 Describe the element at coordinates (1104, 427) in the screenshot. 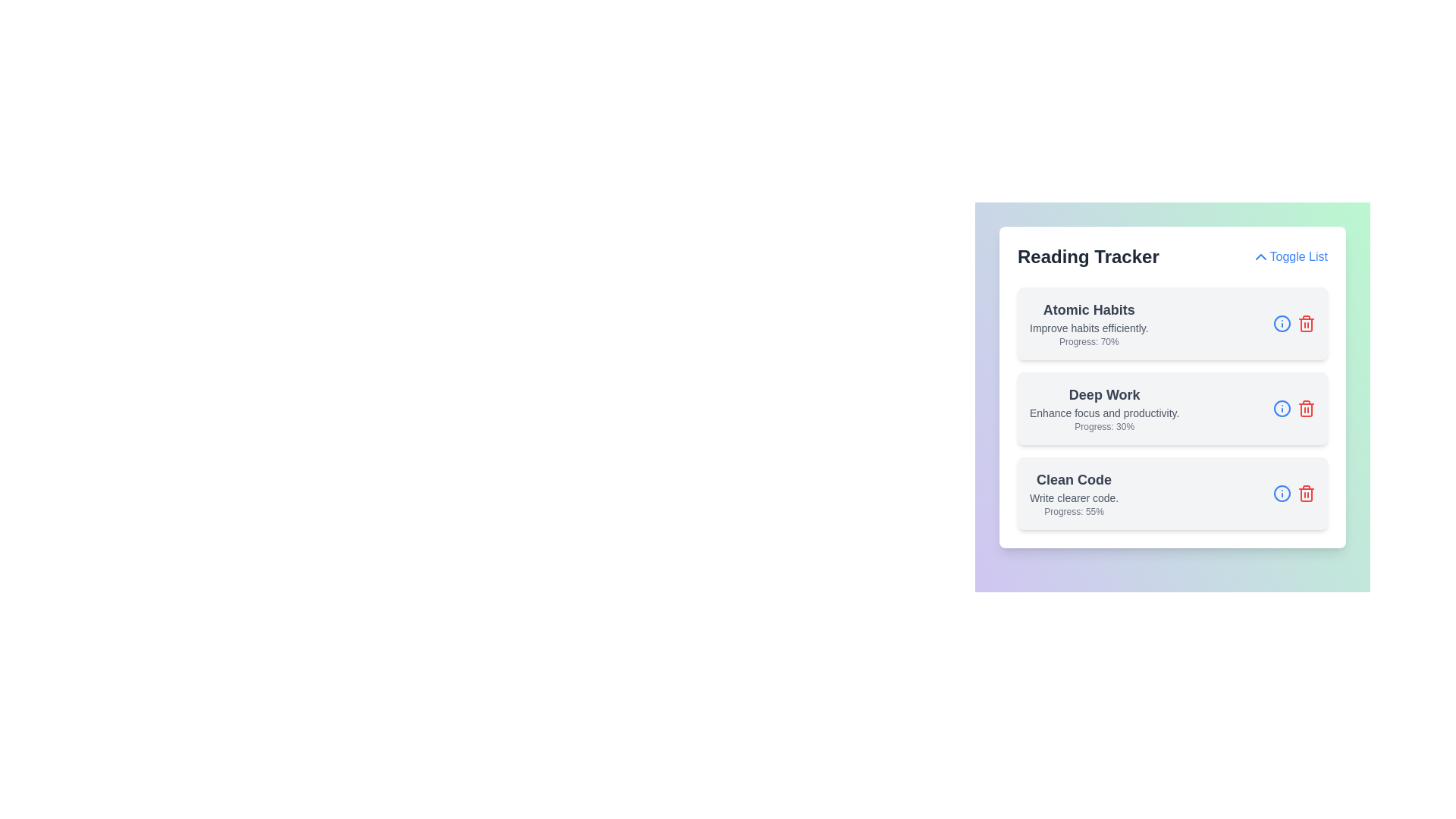

I see `the progress percentage text label for the 'Deep Work' item in the Reading Tracker, which is located at the end of the card, following the text 'Enhance focus and productivity.'` at that location.